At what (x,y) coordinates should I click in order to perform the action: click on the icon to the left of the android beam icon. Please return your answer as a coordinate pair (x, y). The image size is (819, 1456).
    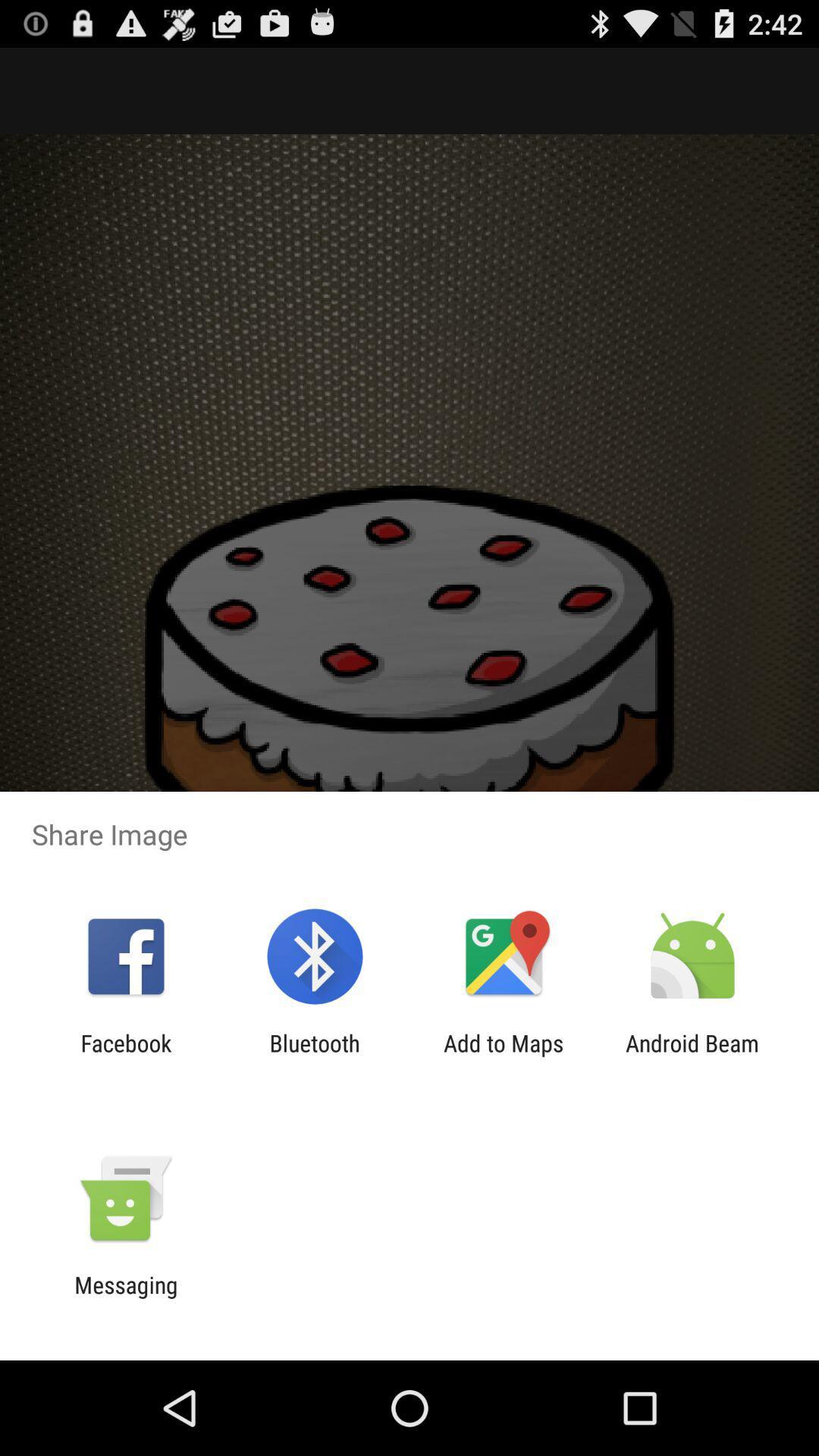
    Looking at the image, I should click on (504, 1056).